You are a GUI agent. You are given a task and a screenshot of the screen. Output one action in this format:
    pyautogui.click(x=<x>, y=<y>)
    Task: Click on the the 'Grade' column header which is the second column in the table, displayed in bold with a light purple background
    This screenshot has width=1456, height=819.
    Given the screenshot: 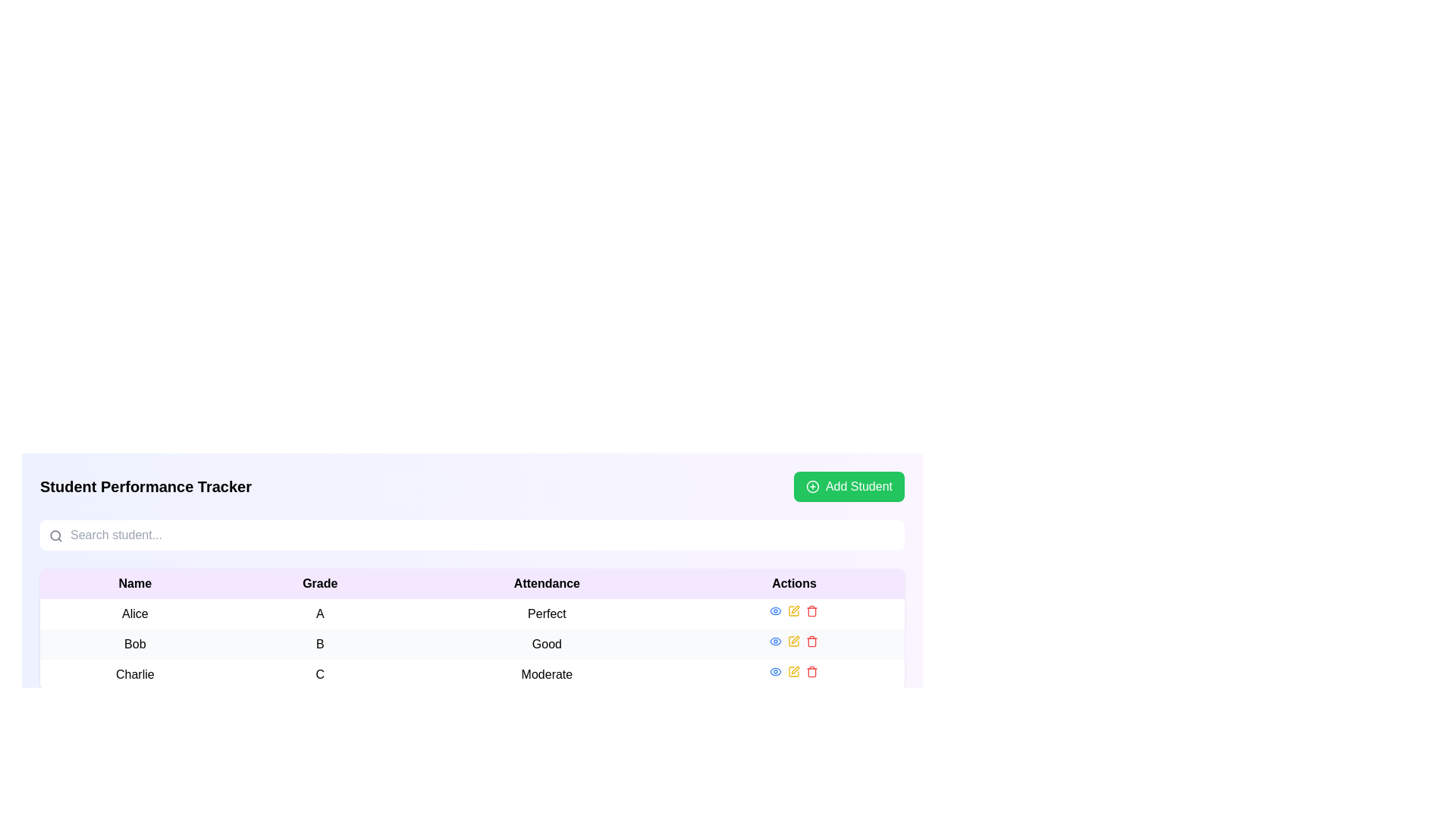 What is the action you would take?
    pyautogui.click(x=319, y=583)
    